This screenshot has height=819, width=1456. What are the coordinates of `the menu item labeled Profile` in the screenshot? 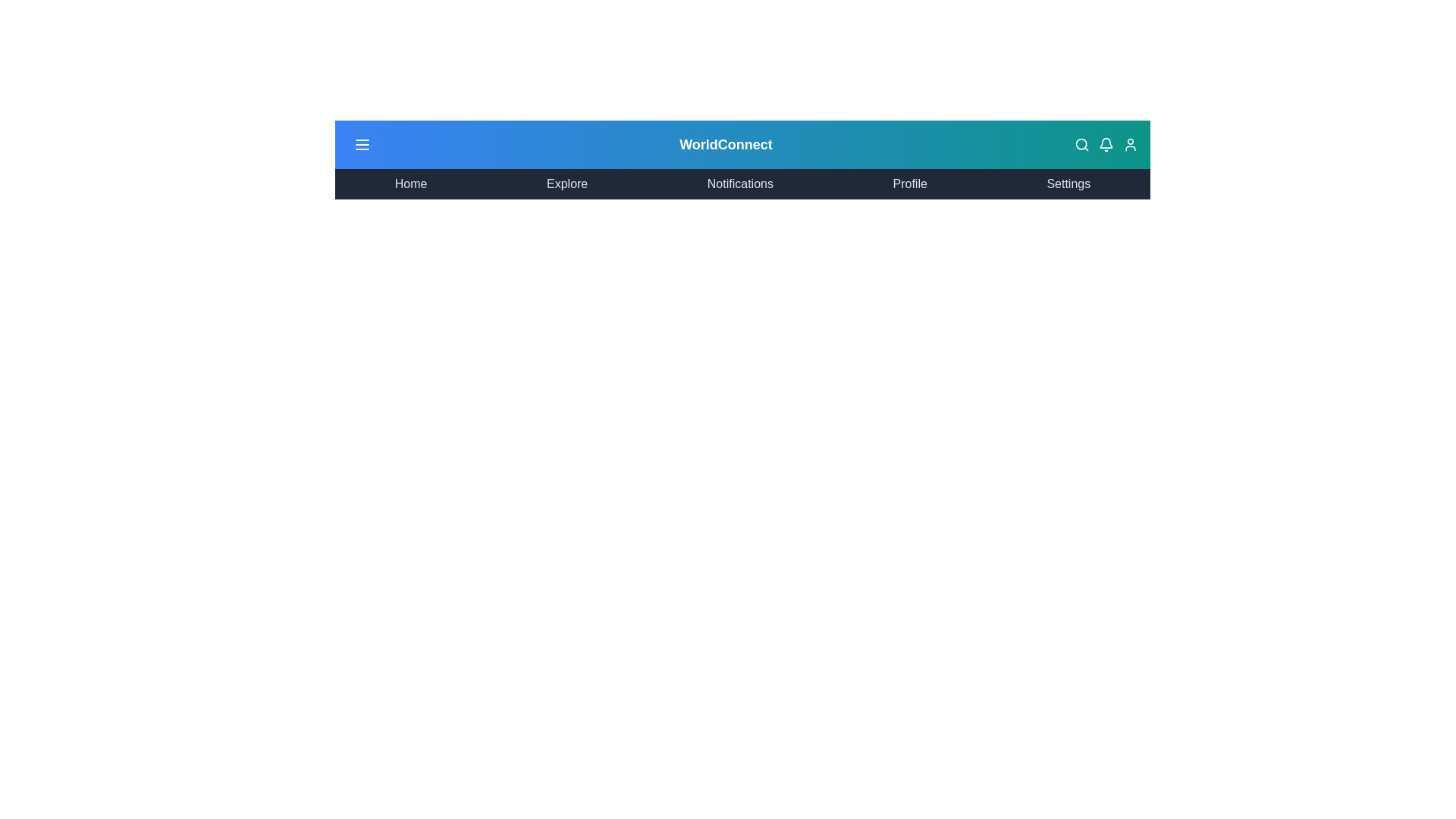 It's located at (910, 184).